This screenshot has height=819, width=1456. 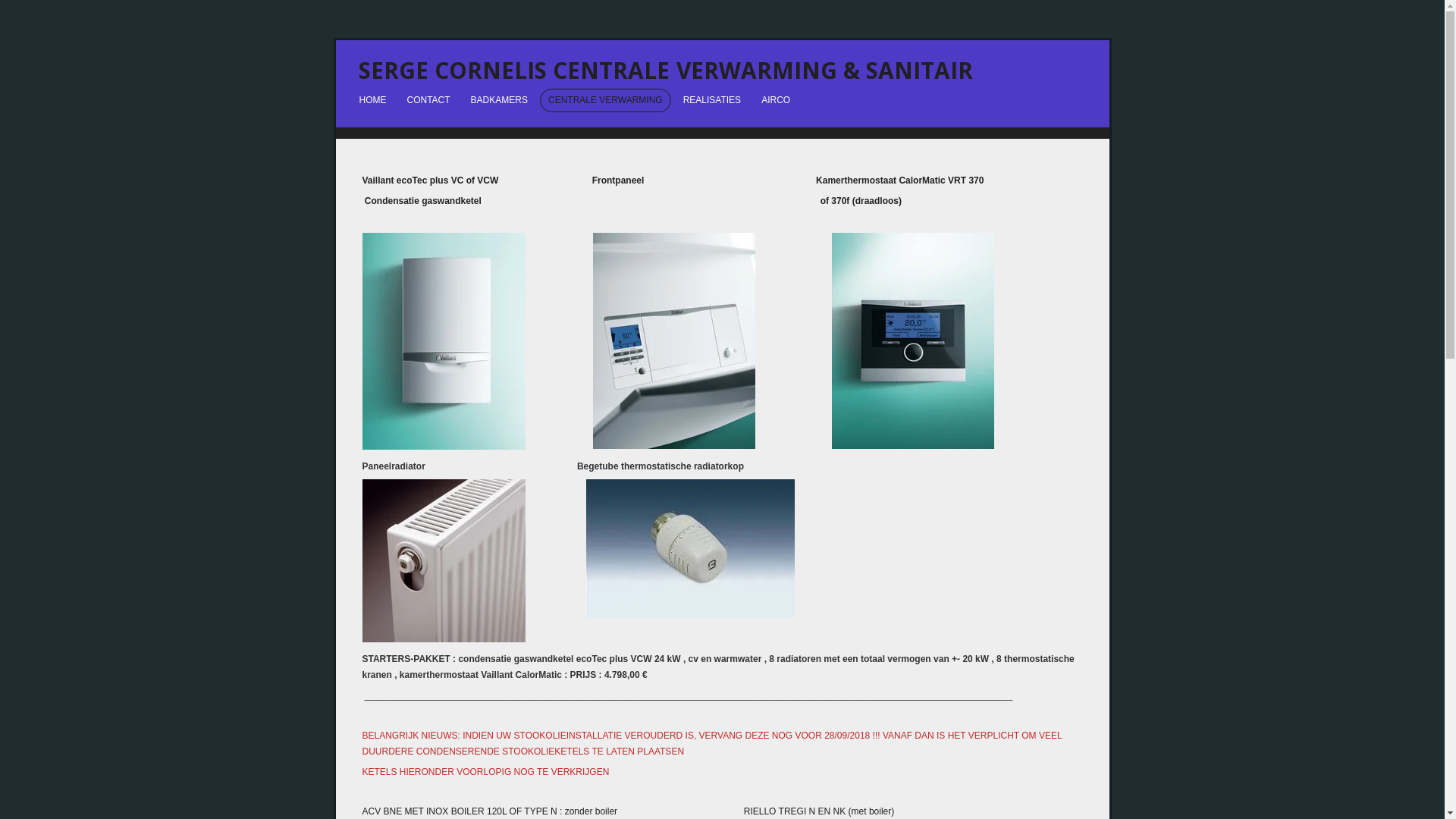 I want to click on 'CONTACT', so click(x=428, y=100).